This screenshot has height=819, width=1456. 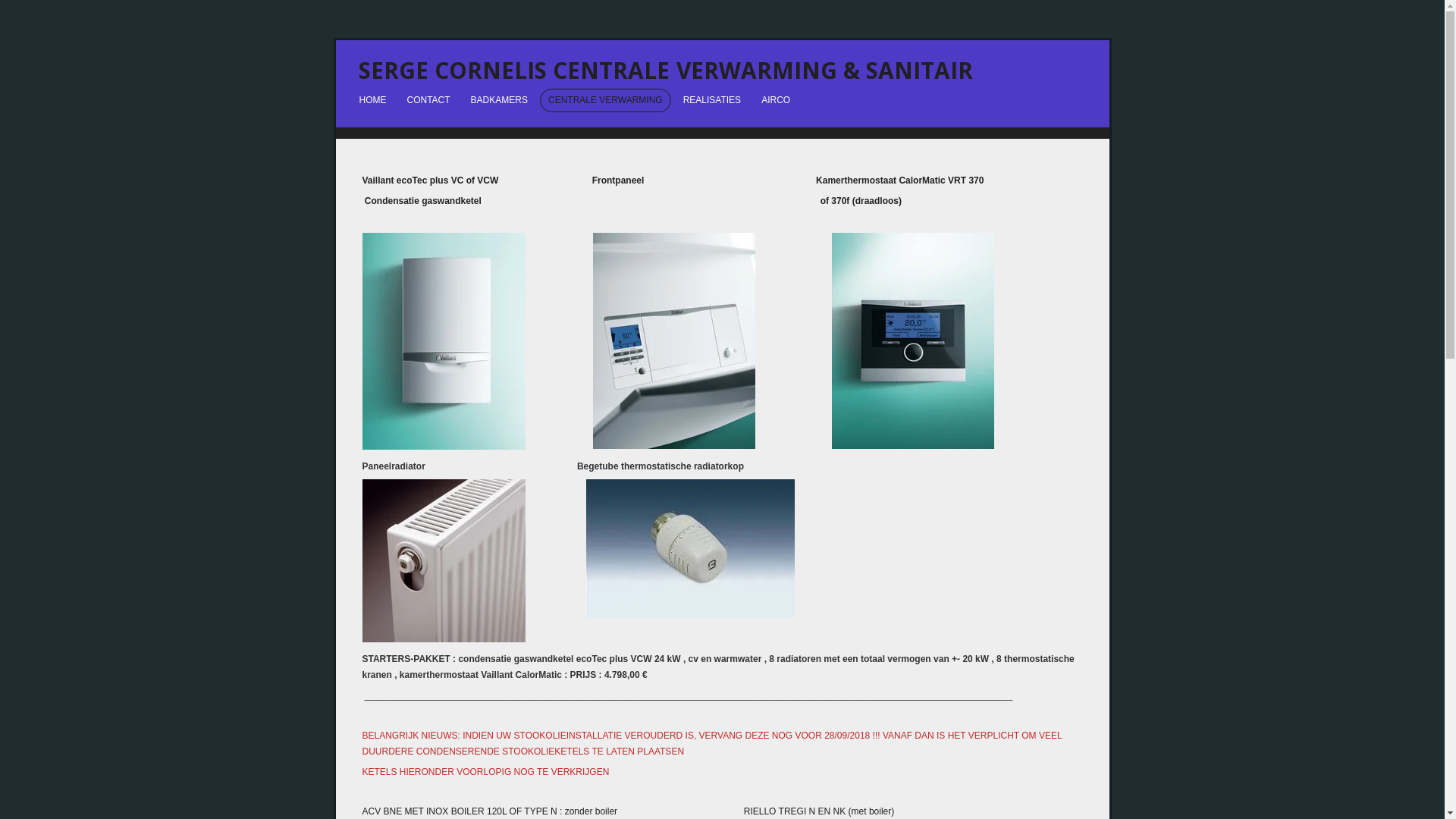 I want to click on 'CONTACT', so click(x=428, y=100).